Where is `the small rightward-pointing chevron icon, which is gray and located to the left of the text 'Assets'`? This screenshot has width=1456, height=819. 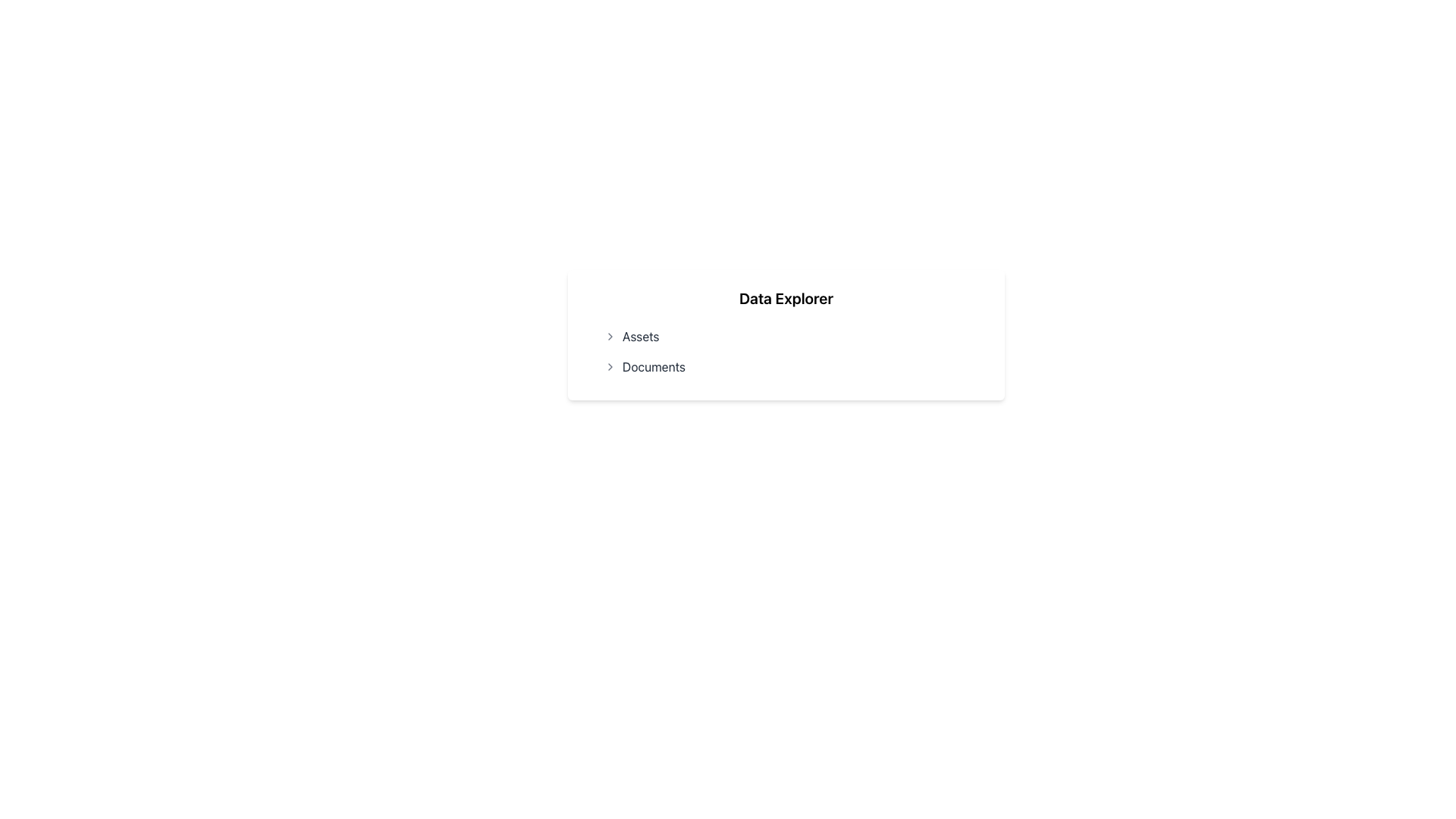
the small rightward-pointing chevron icon, which is gray and located to the left of the text 'Assets' is located at coordinates (610, 335).